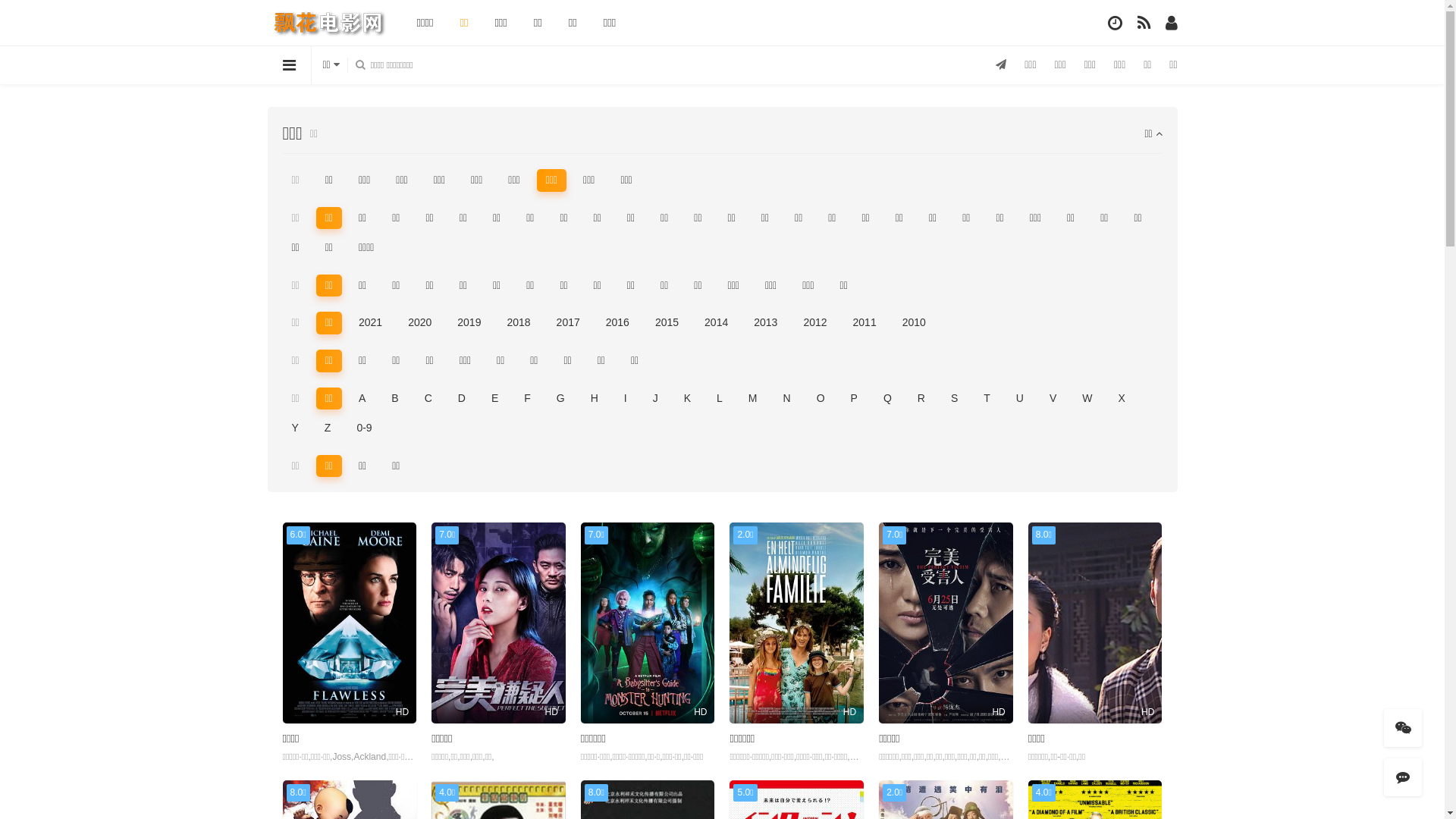 This screenshot has height=819, width=1456. I want to click on '2020', so click(419, 322).